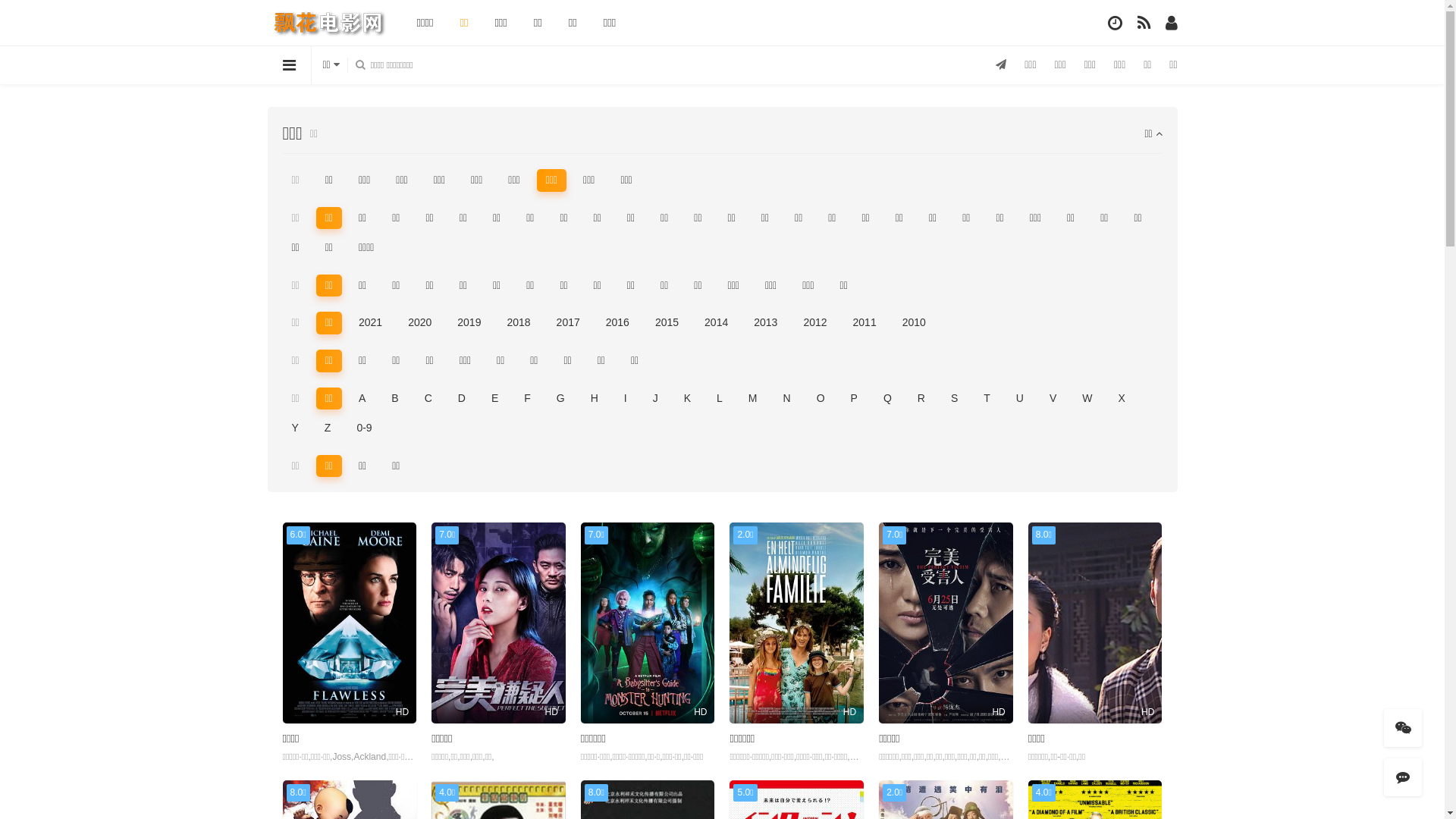 This screenshot has height=819, width=1456. I want to click on '2020', so click(419, 322).